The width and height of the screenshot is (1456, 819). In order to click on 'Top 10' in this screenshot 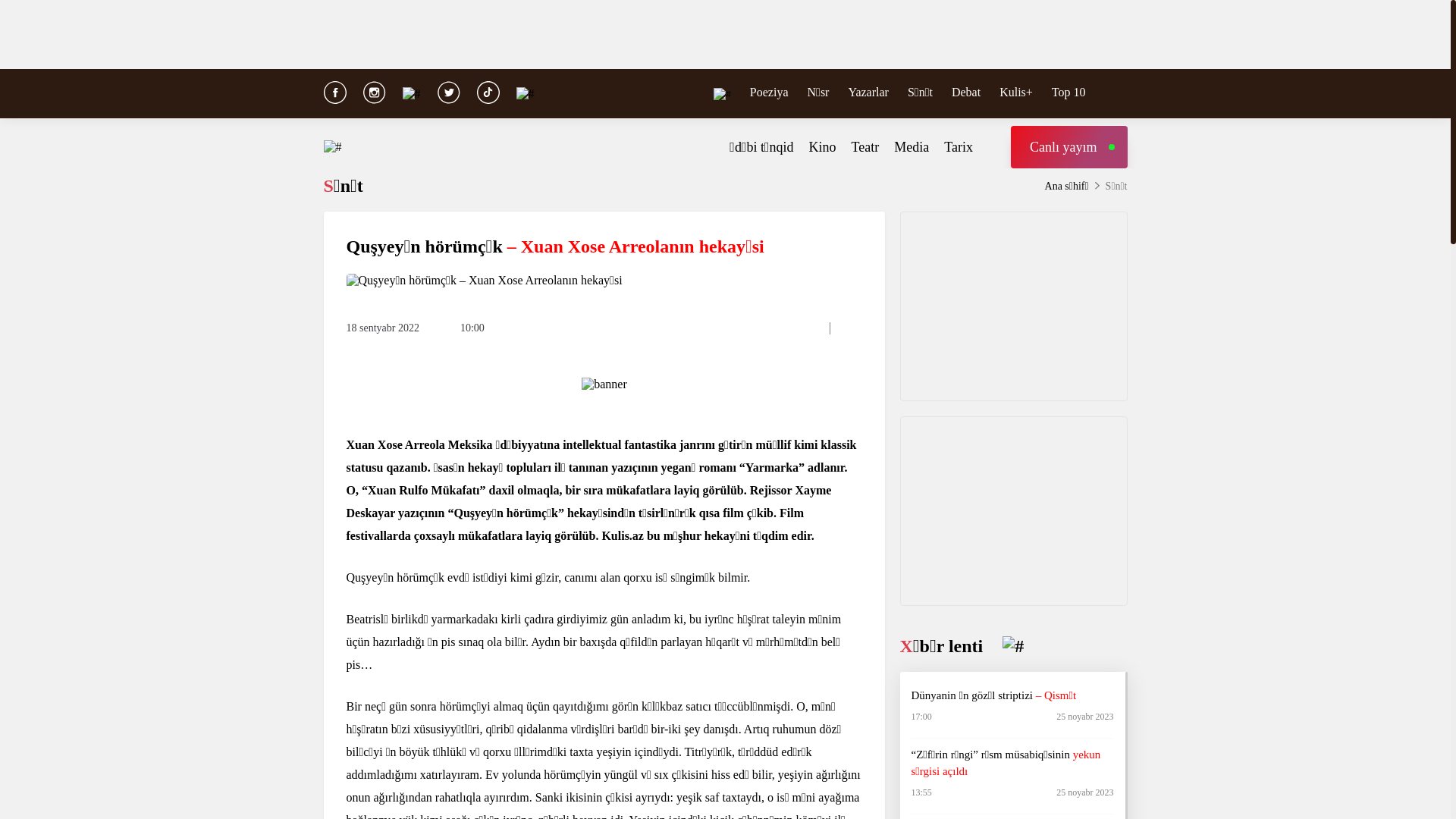, I will do `click(1068, 91)`.